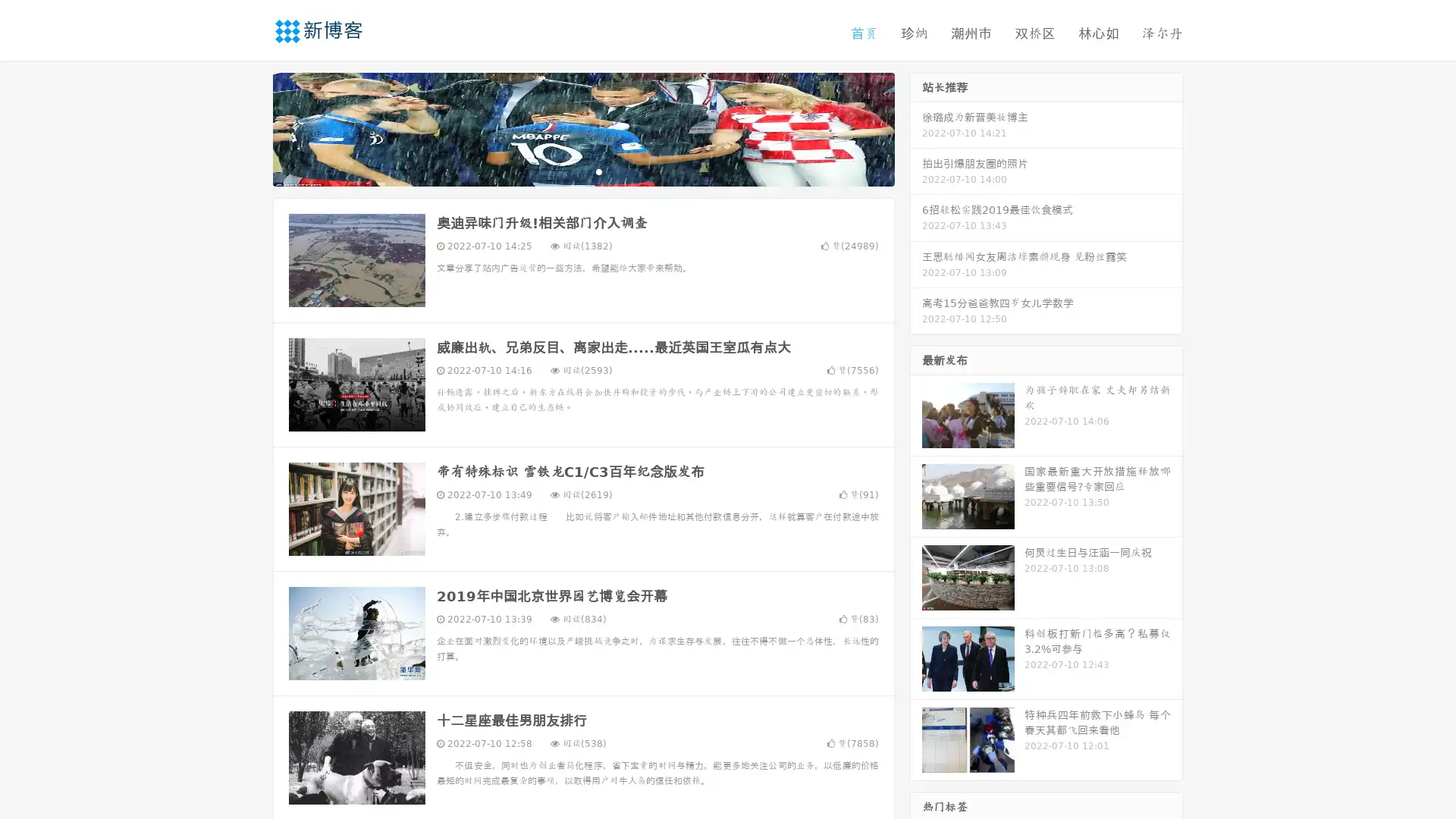  What do you see at coordinates (582, 171) in the screenshot?
I see `Go to slide 2` at bounding box center [582, 171].